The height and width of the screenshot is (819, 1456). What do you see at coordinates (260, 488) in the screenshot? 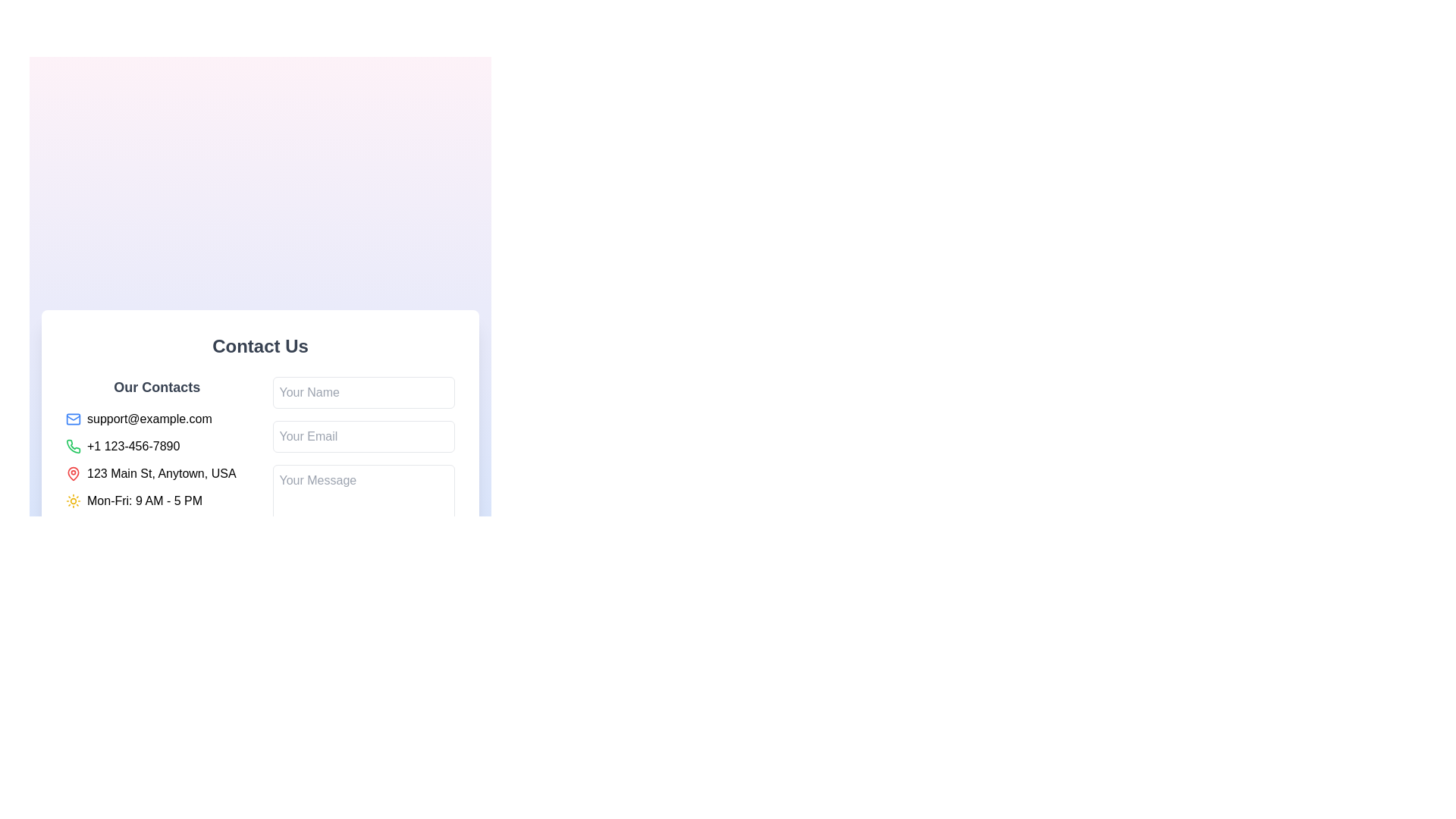
I see `contact information displayed in the Information panel located on the left column of the 'Contact Us' section` at bounding box center [260, 488].